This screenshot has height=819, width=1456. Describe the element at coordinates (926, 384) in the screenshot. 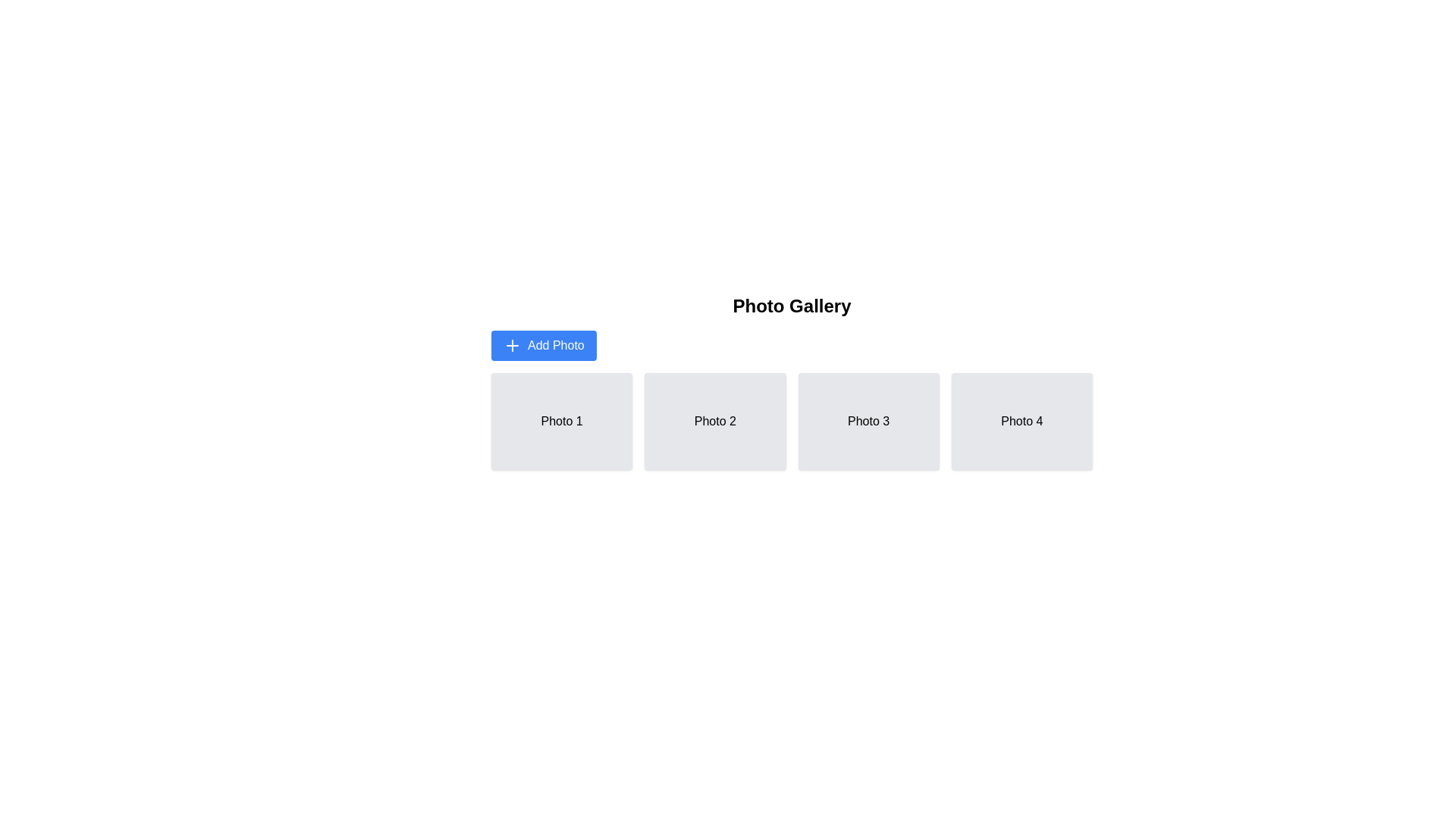

I see `the small 'X' icon button in red circular background located at the upper-right corner of the box labeled 'Photo 3'` at that location.